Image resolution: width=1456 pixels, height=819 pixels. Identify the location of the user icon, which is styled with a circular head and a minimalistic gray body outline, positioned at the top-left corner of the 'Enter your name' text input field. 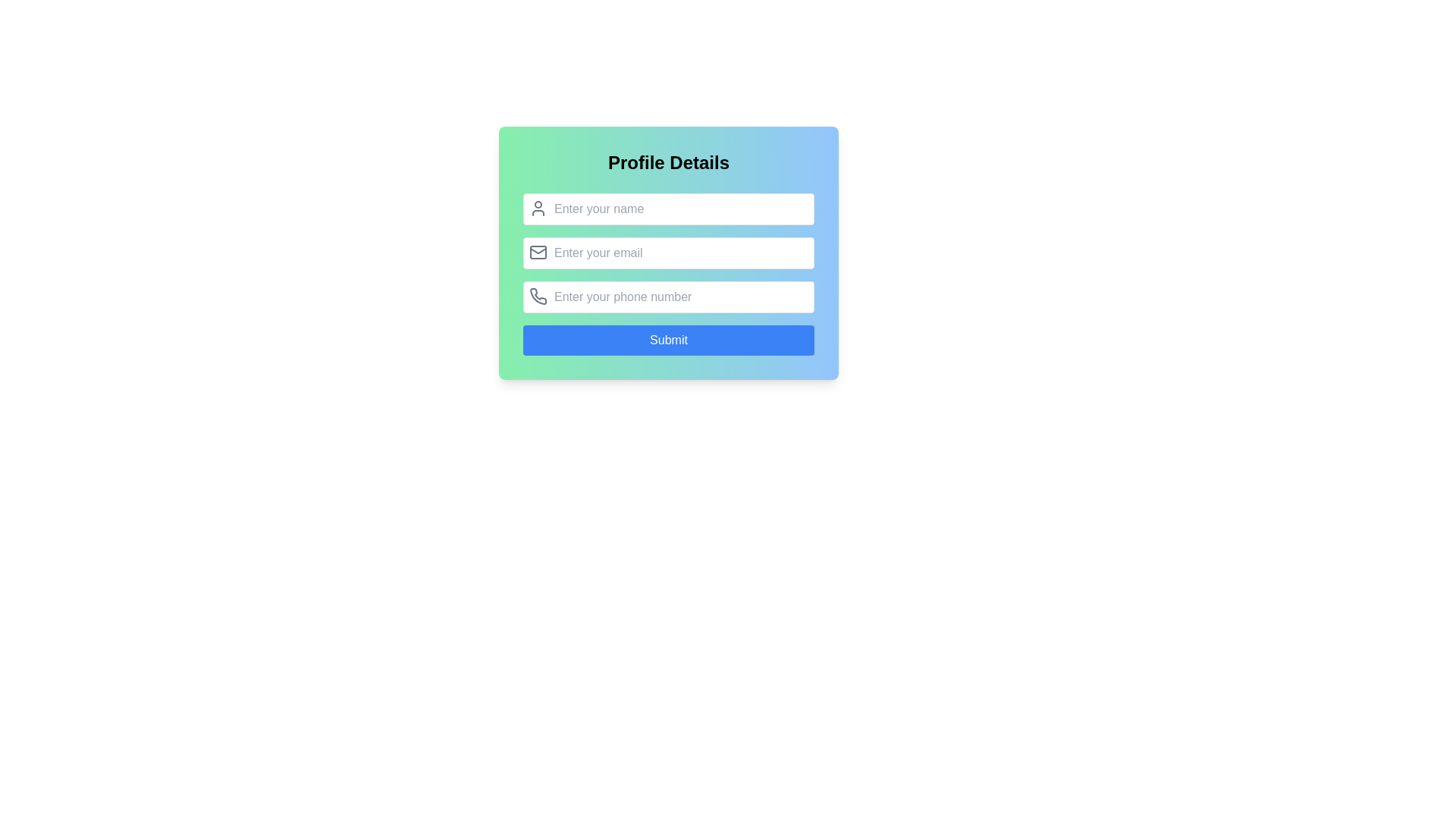
(538, 208).